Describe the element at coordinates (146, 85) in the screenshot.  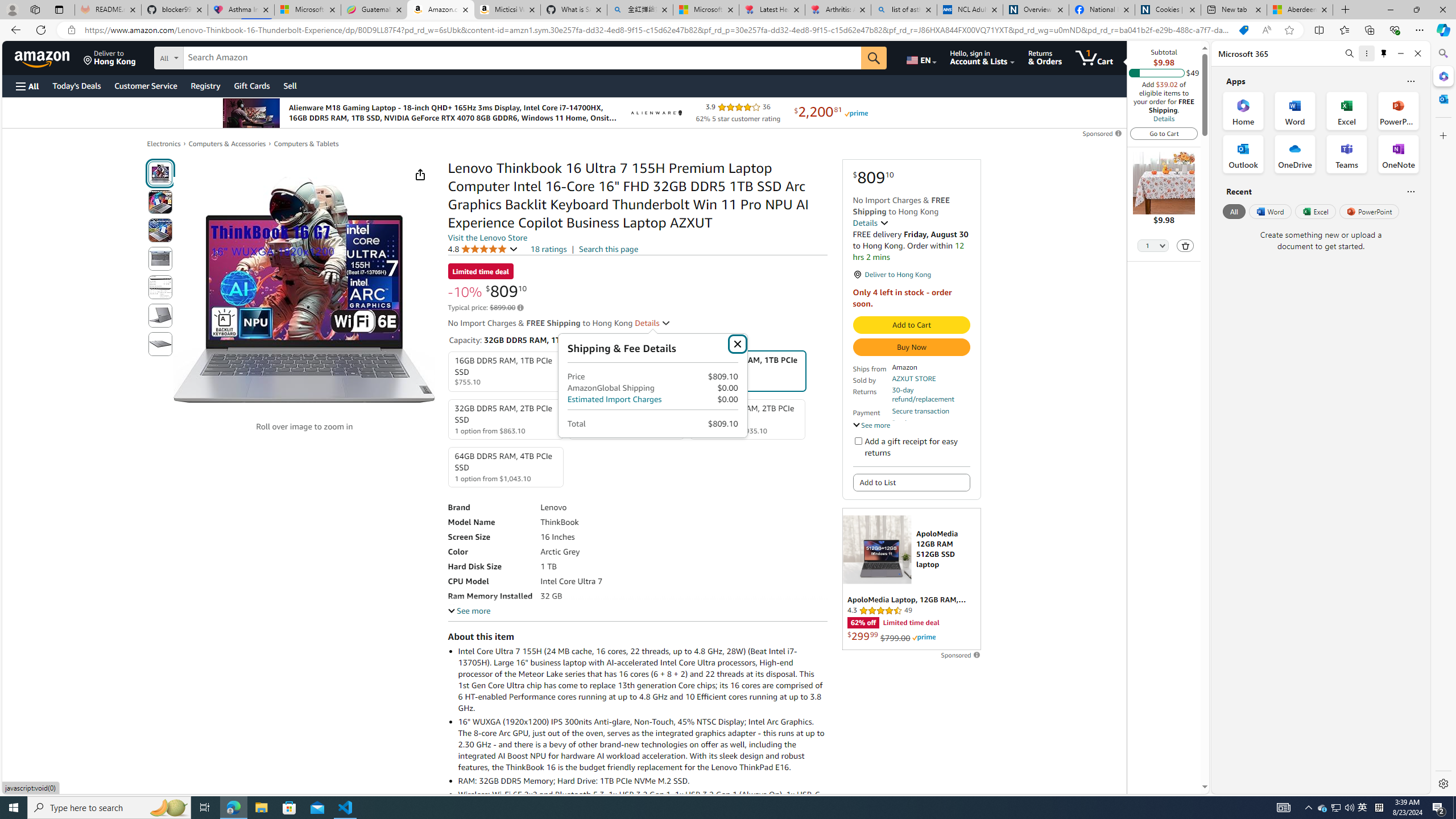
I see `'Customer Service'` at that location.